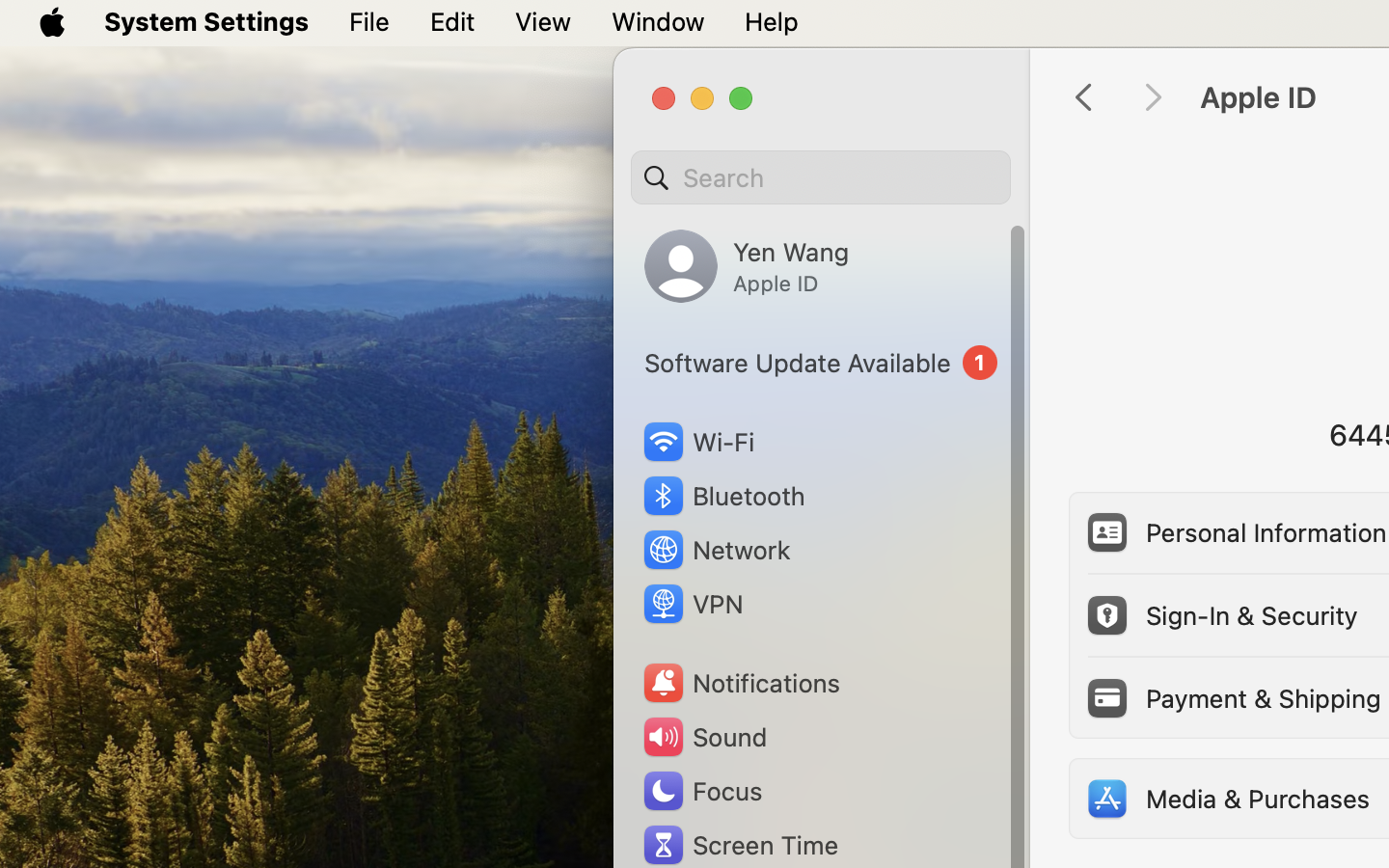  What do you see at coordinates (702, 736) in the screenshot?
I see `'Sound'` at bounding box center [702, 736].